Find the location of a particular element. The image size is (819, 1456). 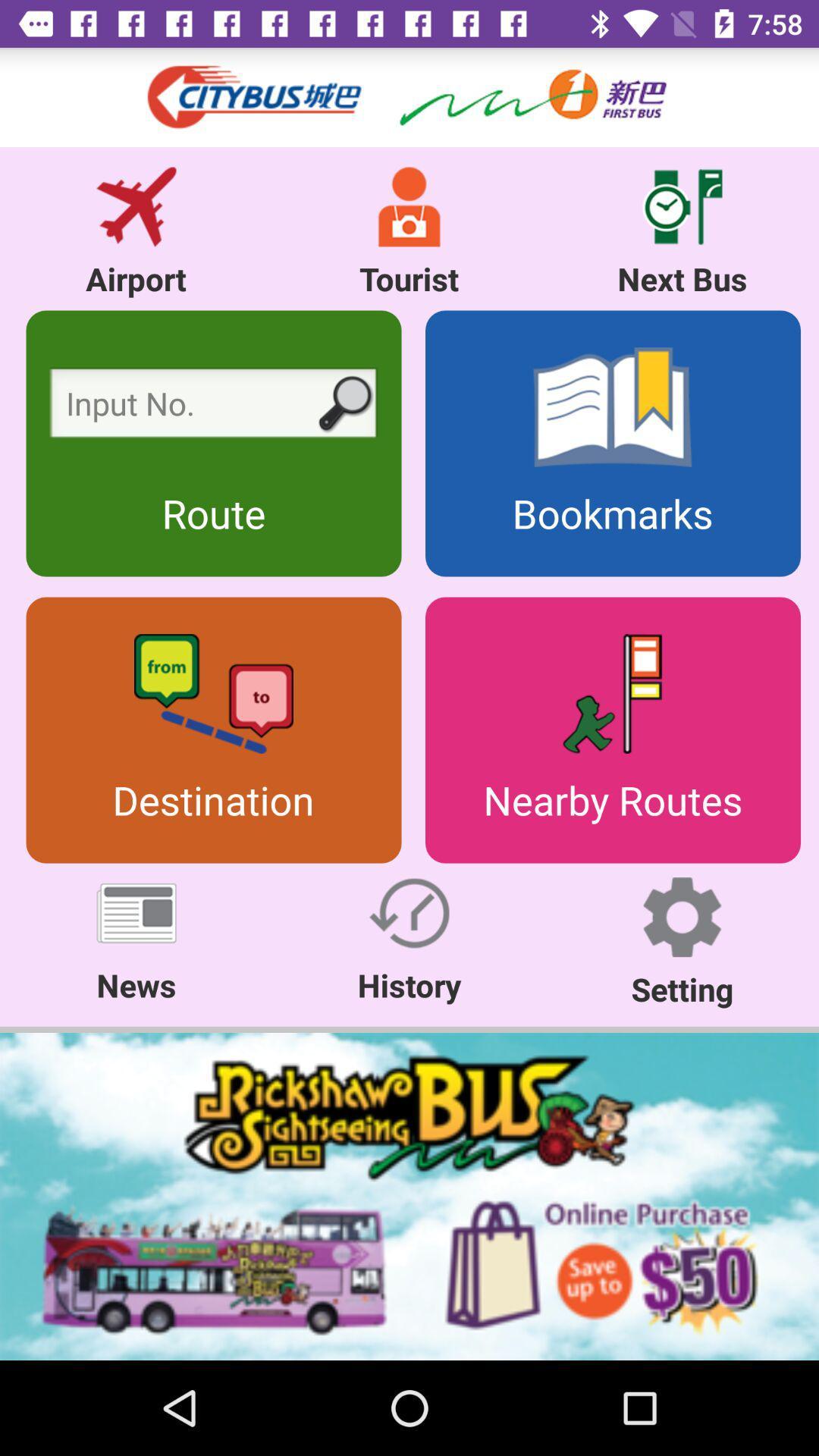

write no is located at coordinates (213, 407).